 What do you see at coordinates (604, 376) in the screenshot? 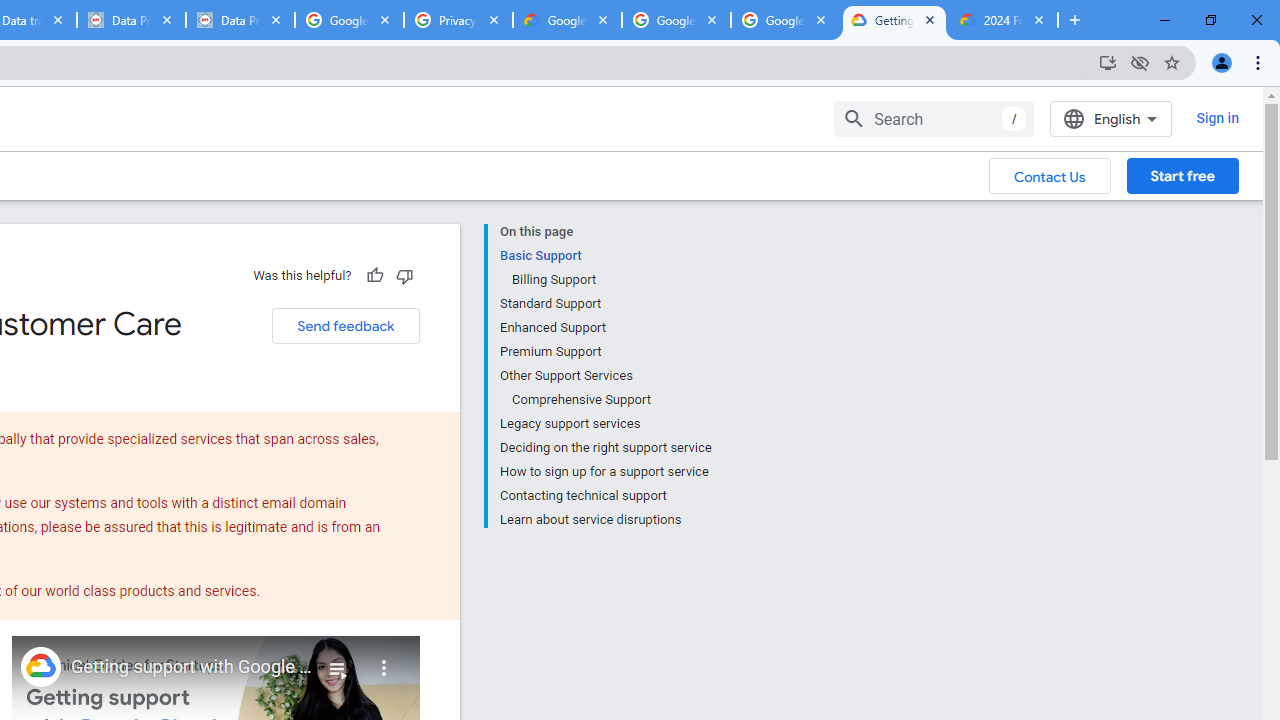
I see `'Other Support Services'` at bounding box center [604, 376].